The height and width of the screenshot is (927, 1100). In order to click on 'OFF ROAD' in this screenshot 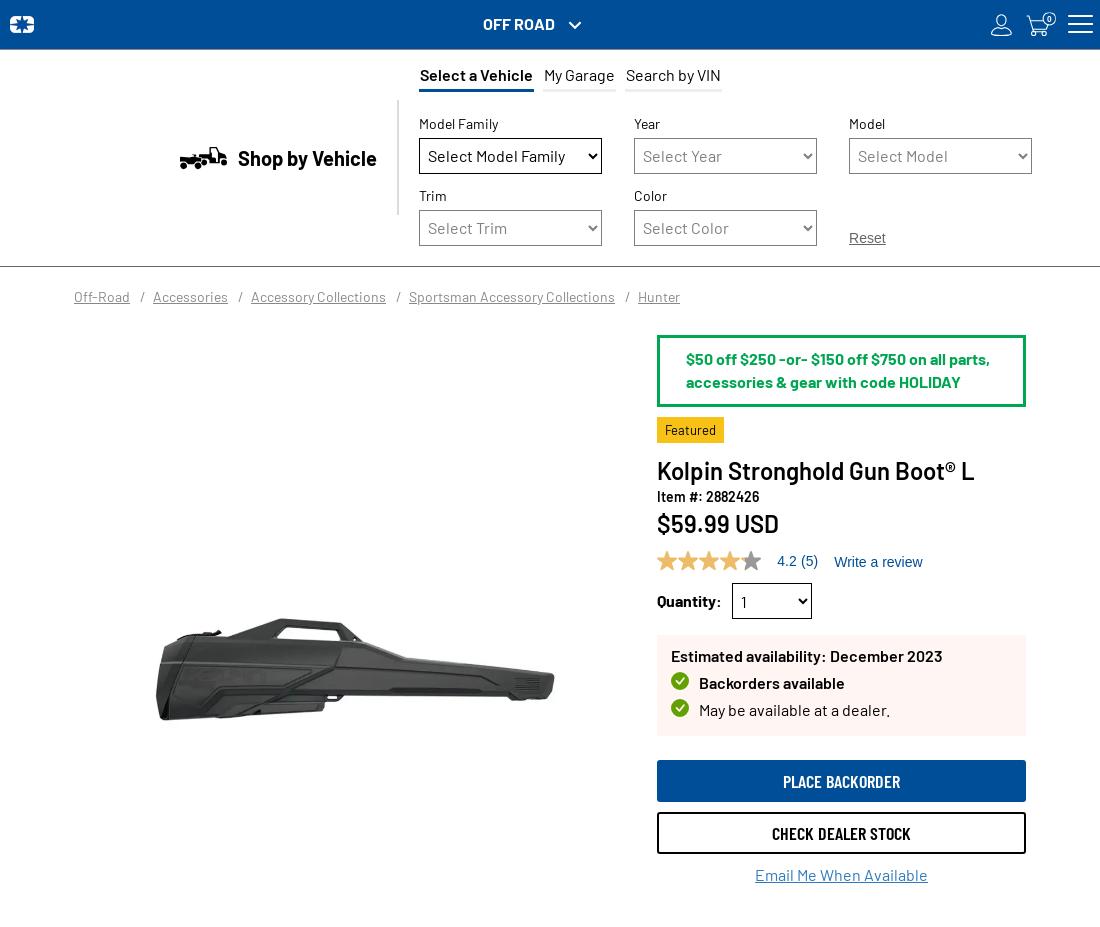, I will do `click(520, 22)`.